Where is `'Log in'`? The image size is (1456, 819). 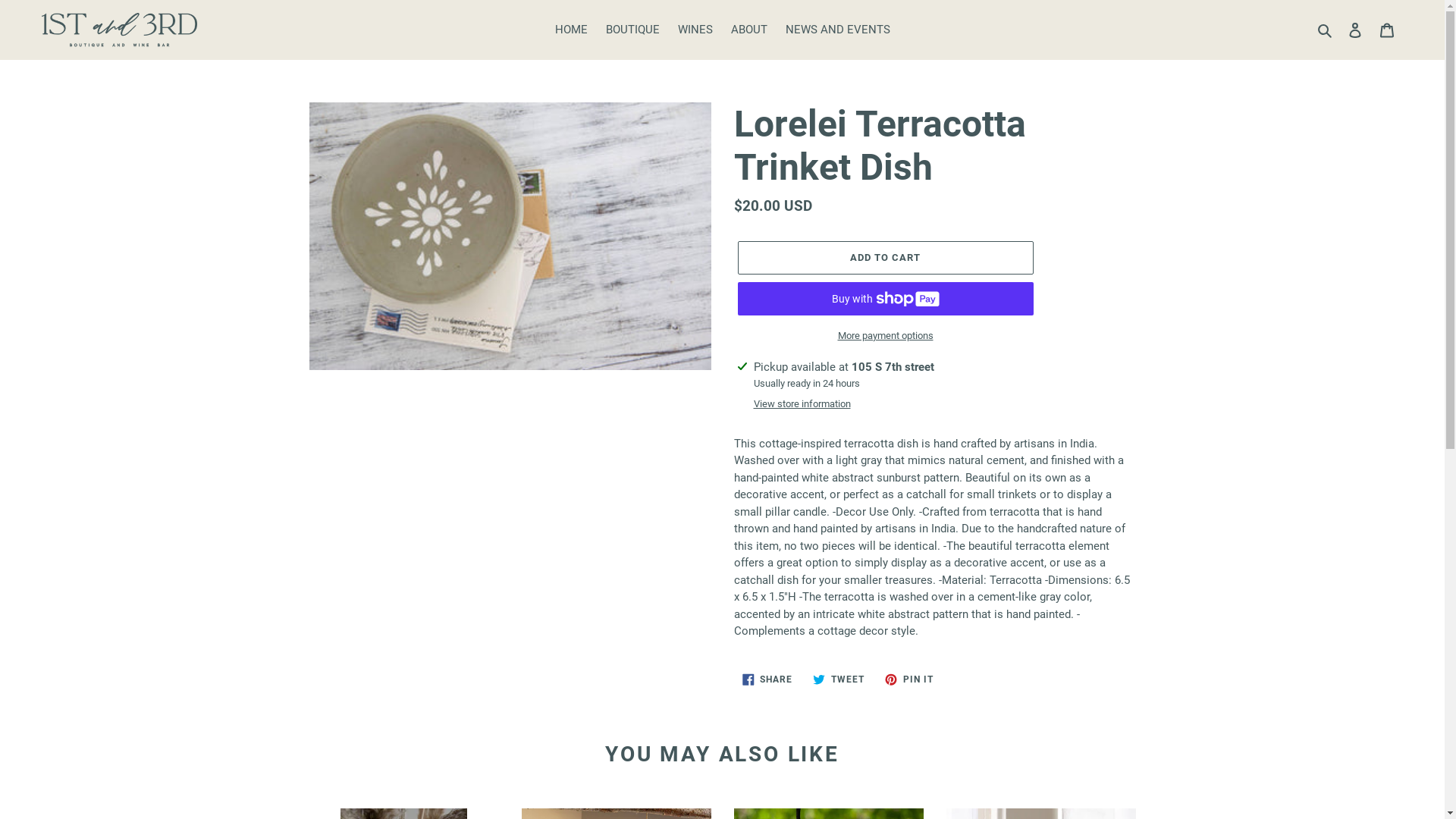
'Log in' is located at coordinates (1354, 30).